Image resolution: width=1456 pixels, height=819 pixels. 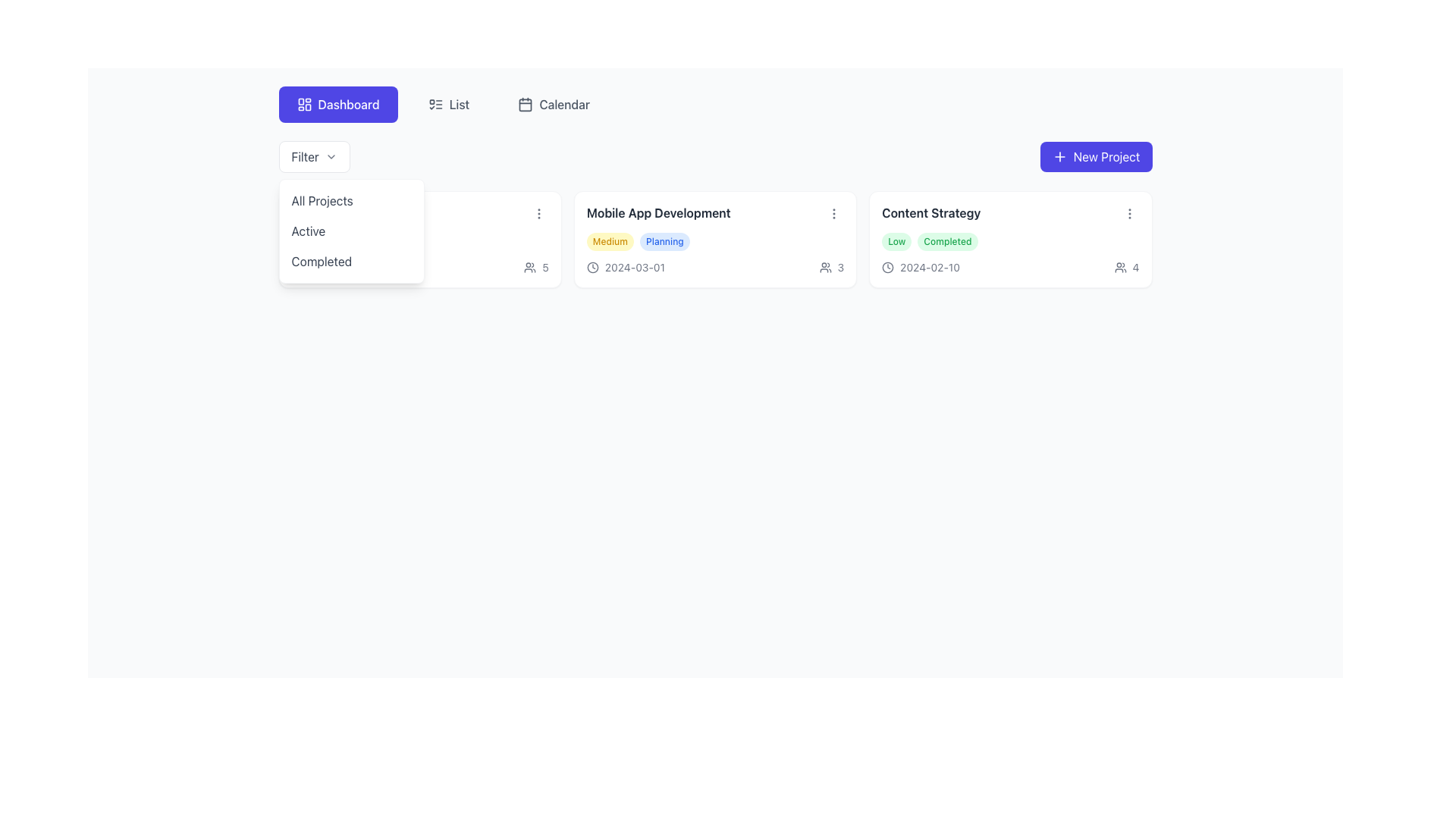 I want to click on the text label reading 'Content Strategy' which is styled in bold, dark gray color, located at the top-left part of a card structure, so click(x=930, y=213).